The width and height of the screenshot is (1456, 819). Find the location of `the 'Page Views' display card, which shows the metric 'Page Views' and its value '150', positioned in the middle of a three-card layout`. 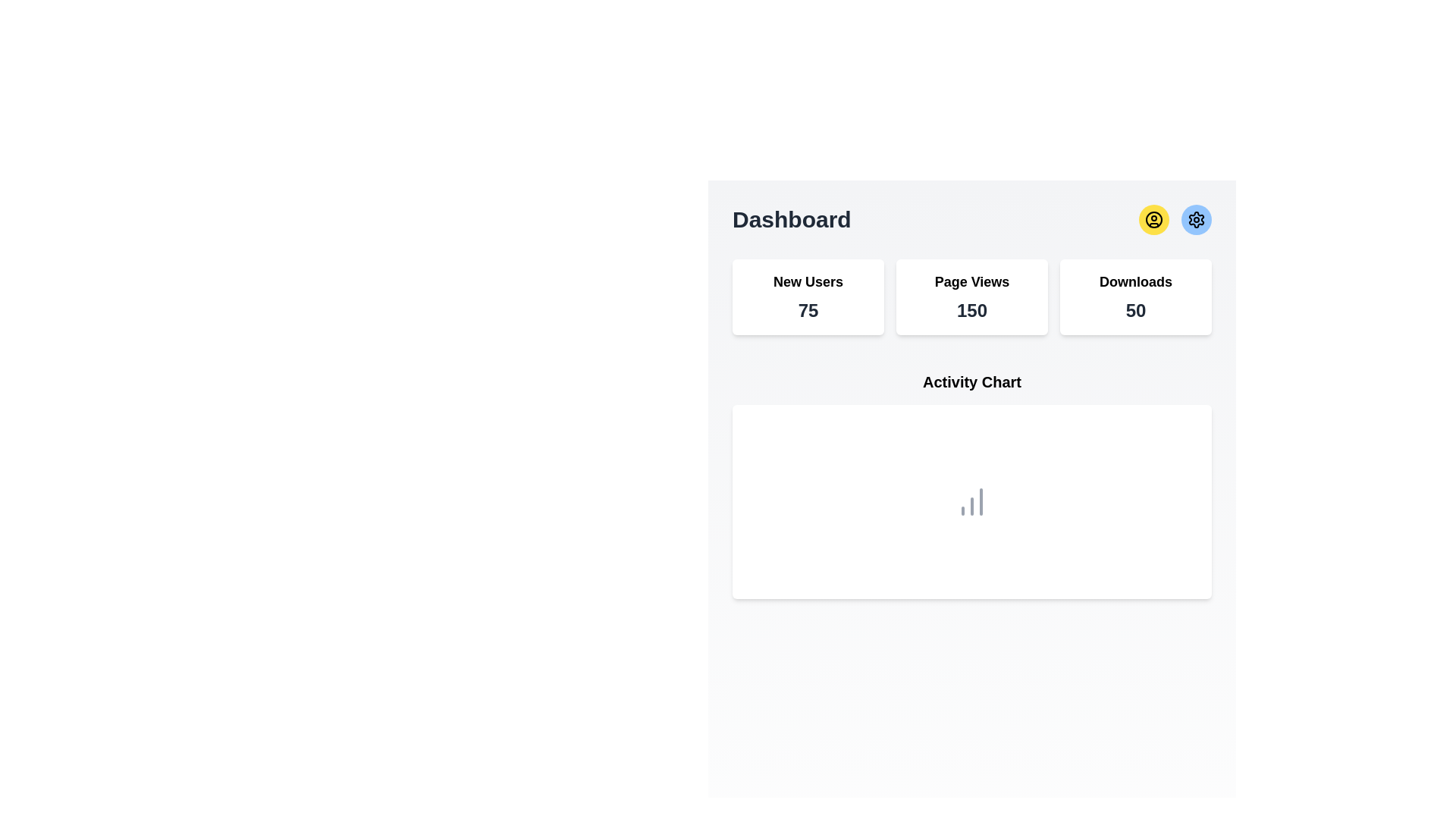

the 'Page Views' display card, which shows the metric 'Page Views' and its value '150', positioned in the middle of a three-card layout is located at coordinates (971, 297).